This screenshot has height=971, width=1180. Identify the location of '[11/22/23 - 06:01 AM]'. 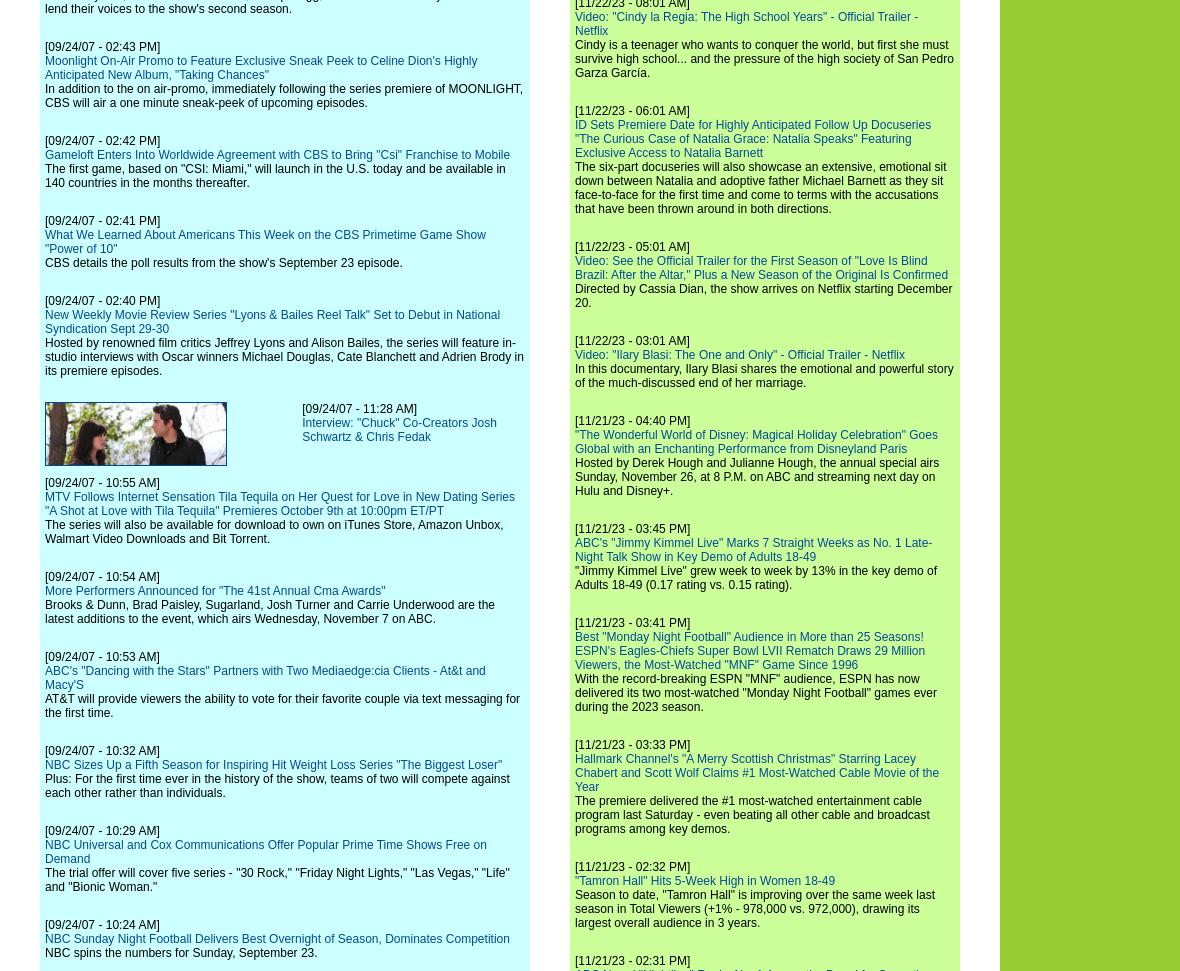
(631, 110).